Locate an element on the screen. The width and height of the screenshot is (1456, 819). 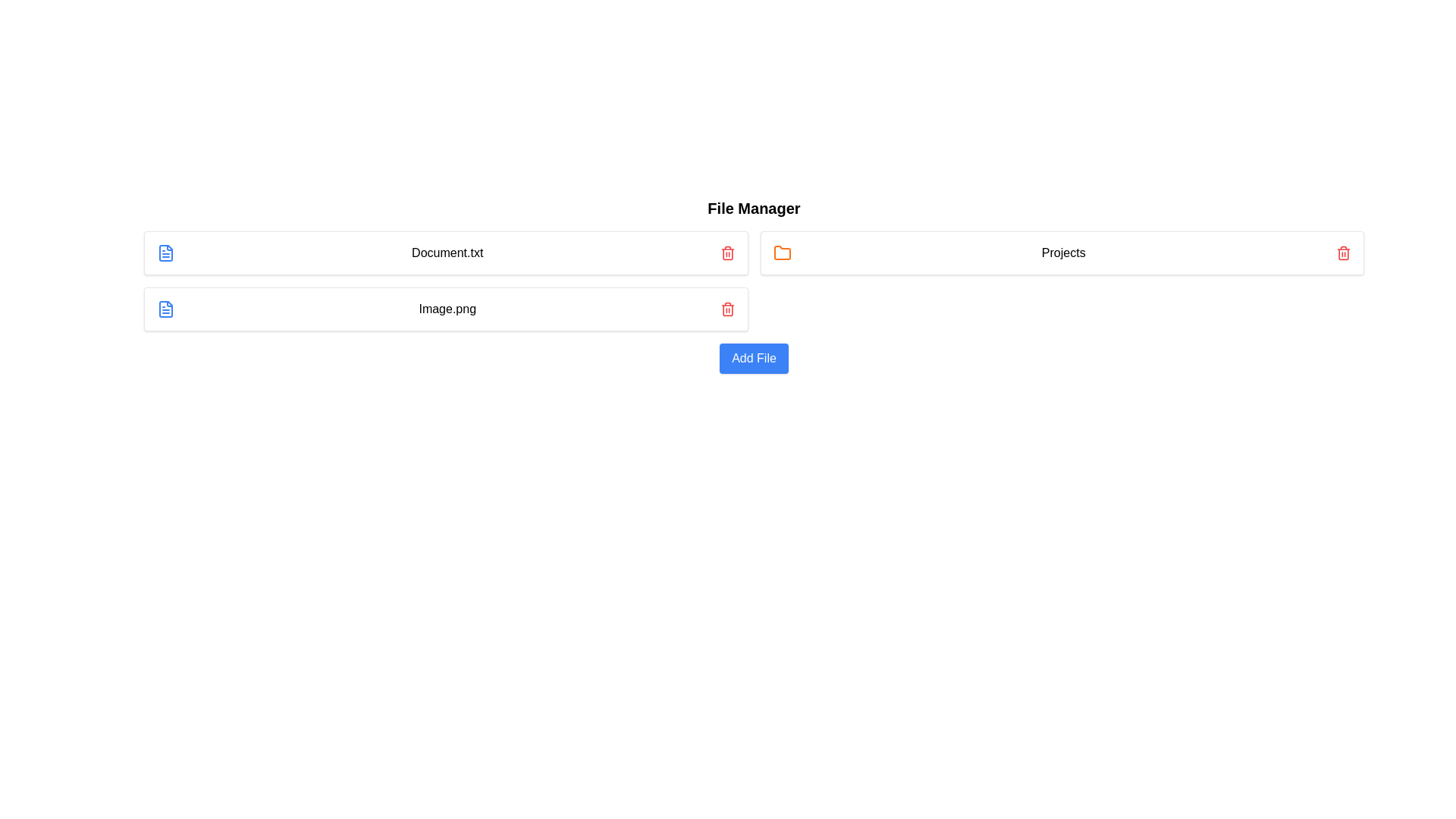
the file icon, which is a blue pictogram representing a file with a fold at the top right corner is located at coordinates (166, 309).